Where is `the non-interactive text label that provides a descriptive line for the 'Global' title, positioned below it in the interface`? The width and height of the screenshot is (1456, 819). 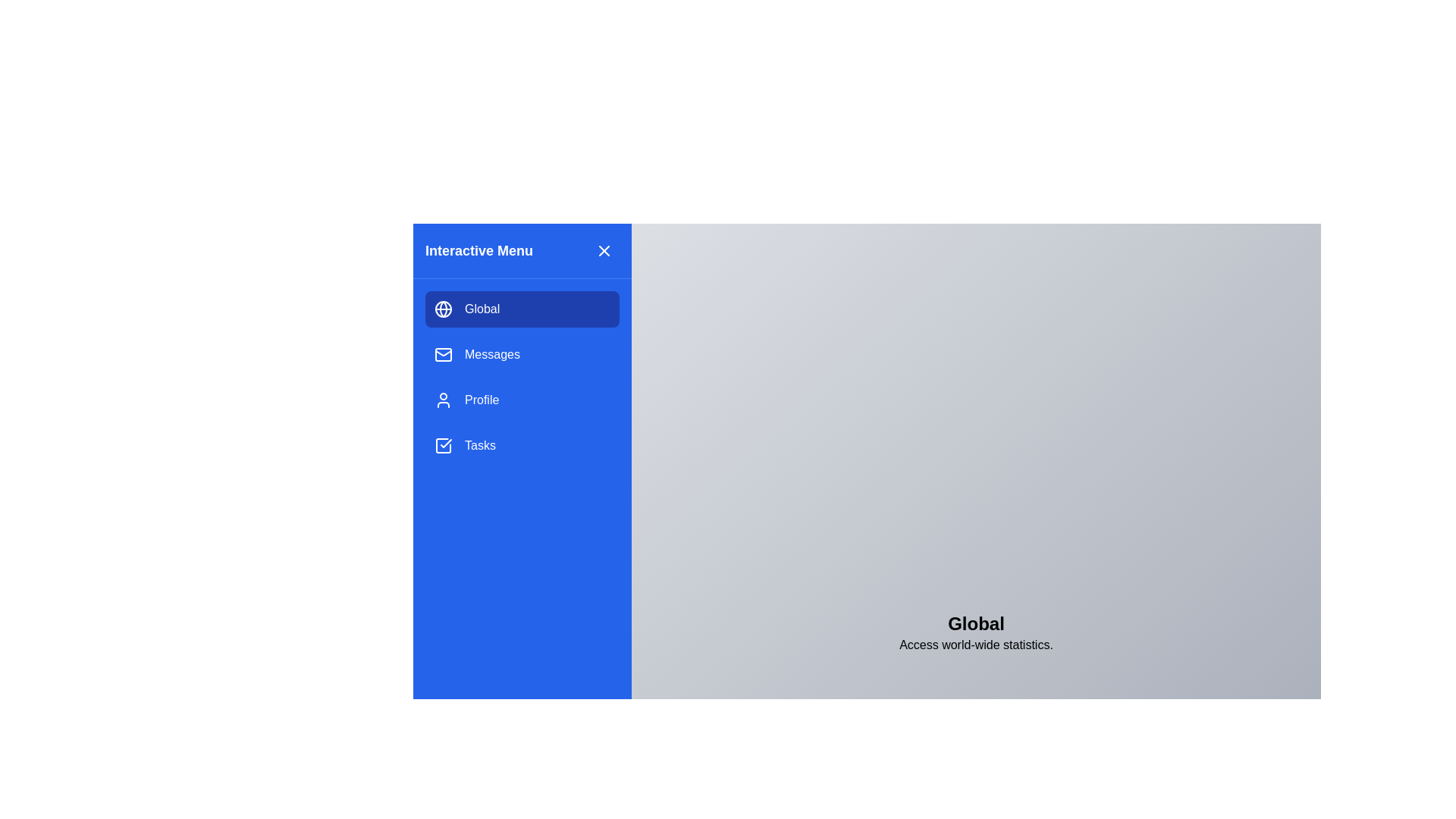
the non-interactive text label that provides a descriptive line for the 'Global' title, positioned below it in the interface is located at coordinates (976, 645).